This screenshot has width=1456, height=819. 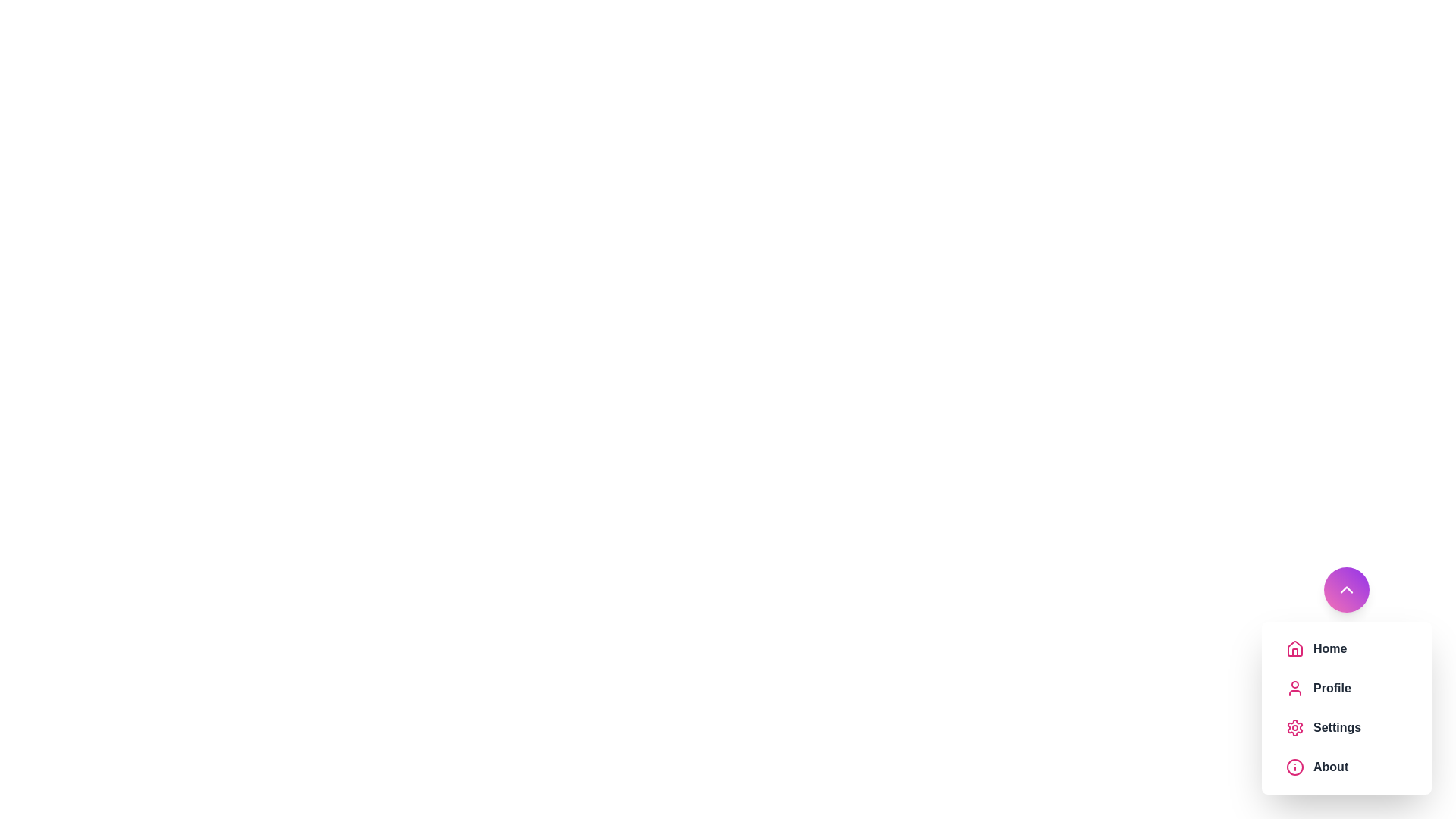 I want to click on the menu item labeled 'Home' to observe the visual feedback, so click(x=1347, y=648).